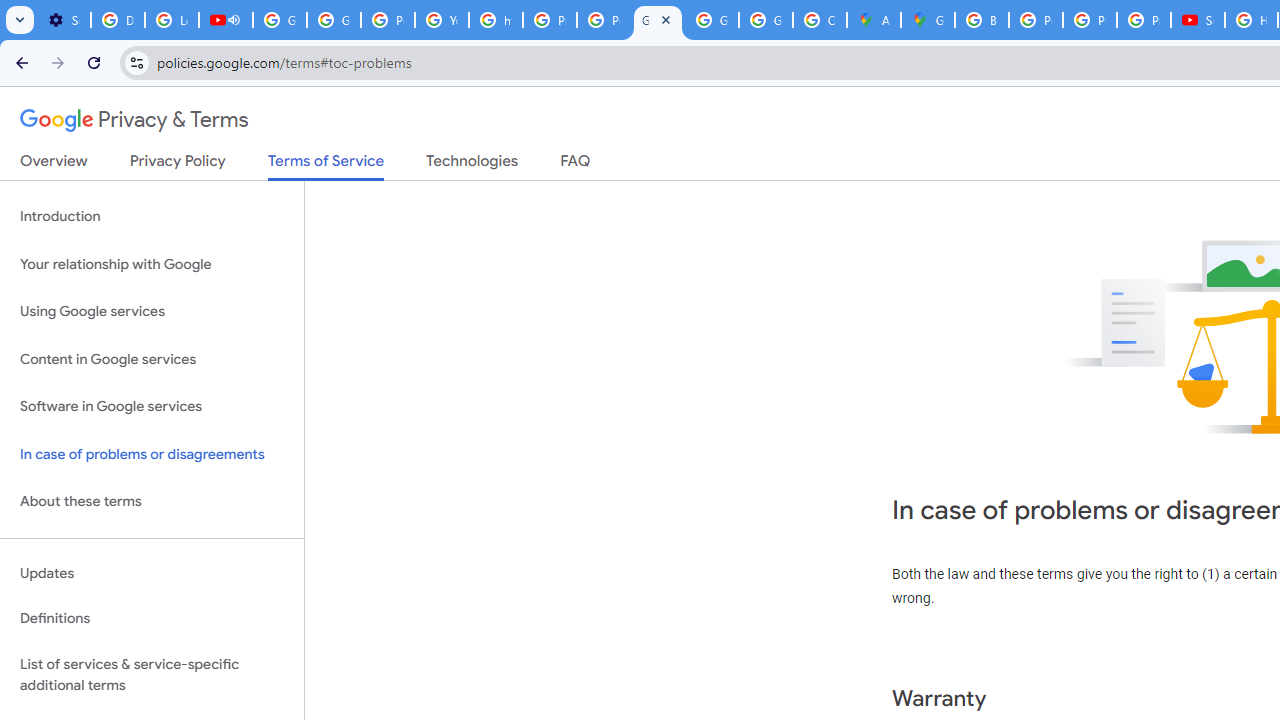 This screenshot has height=720, width=1280. What do you see at coordinates (151, 675) in the screenshot?
I see `'List of services & service-specific additional terms'` at bounding box center [151, 675].